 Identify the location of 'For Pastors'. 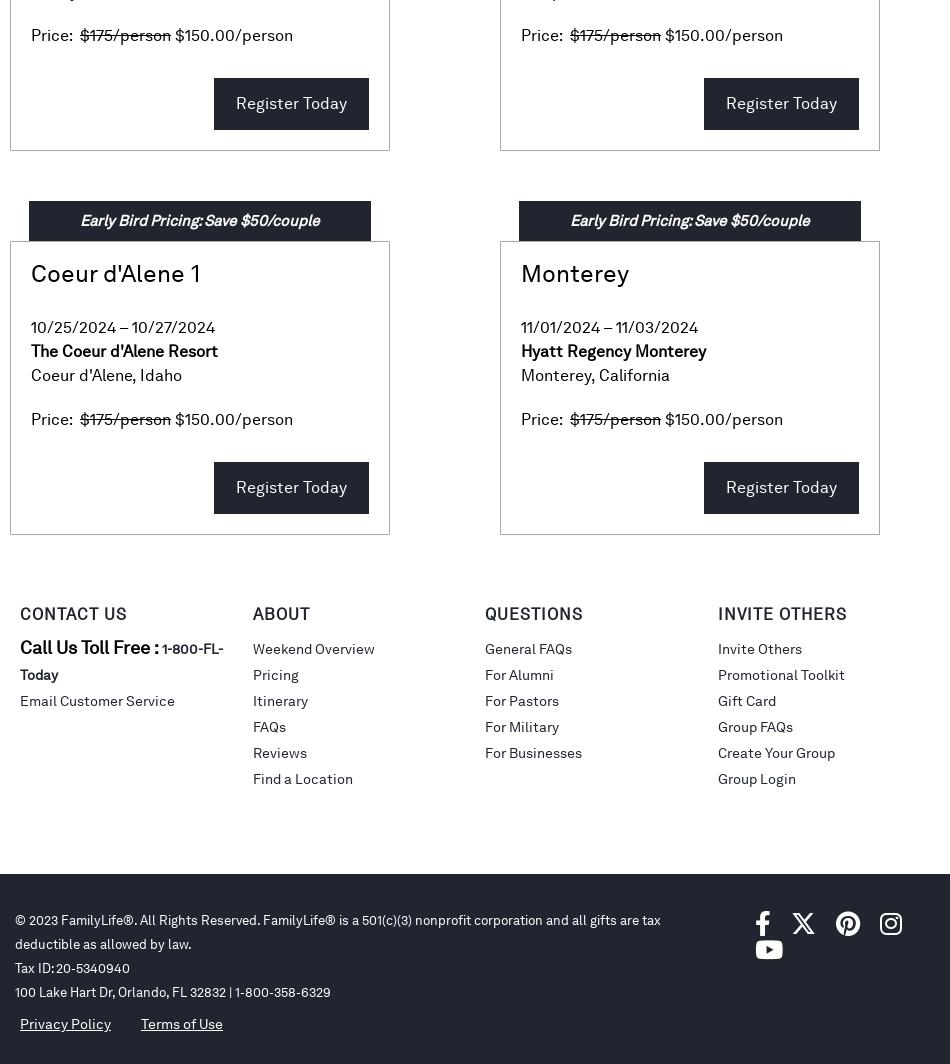
(522, 701).